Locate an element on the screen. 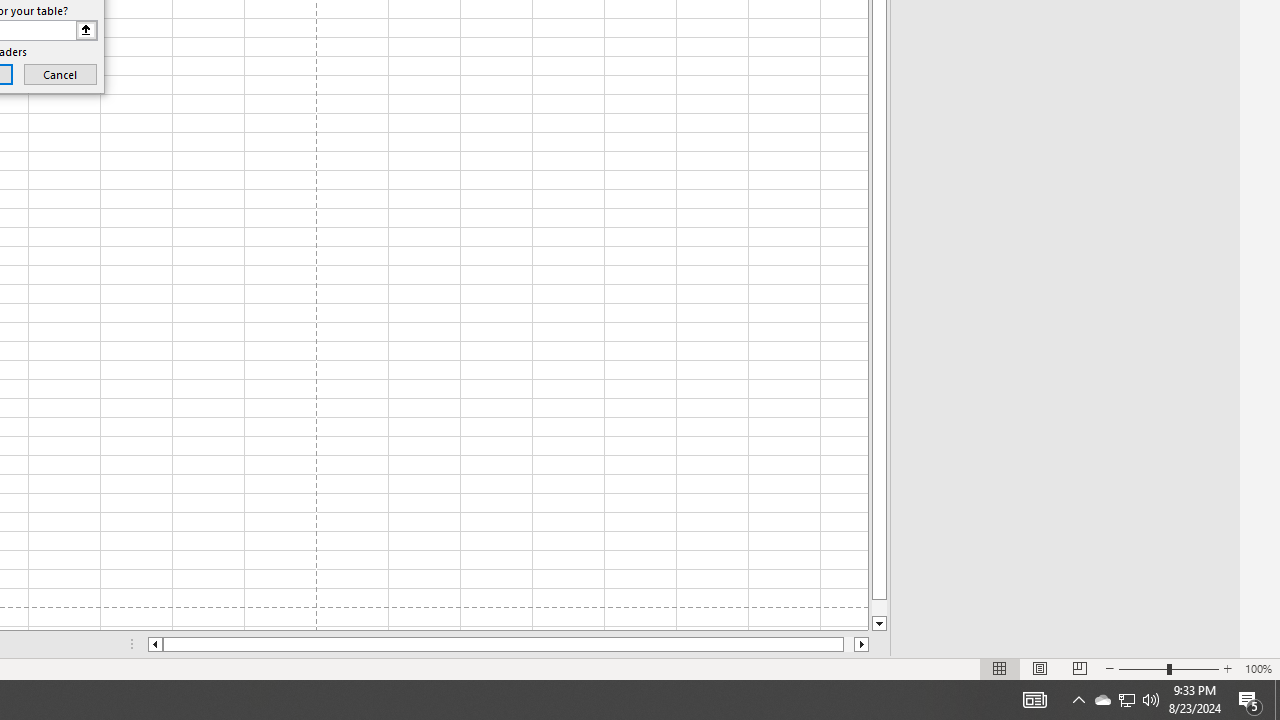  'Page right' is located at coordinates (848, 644).